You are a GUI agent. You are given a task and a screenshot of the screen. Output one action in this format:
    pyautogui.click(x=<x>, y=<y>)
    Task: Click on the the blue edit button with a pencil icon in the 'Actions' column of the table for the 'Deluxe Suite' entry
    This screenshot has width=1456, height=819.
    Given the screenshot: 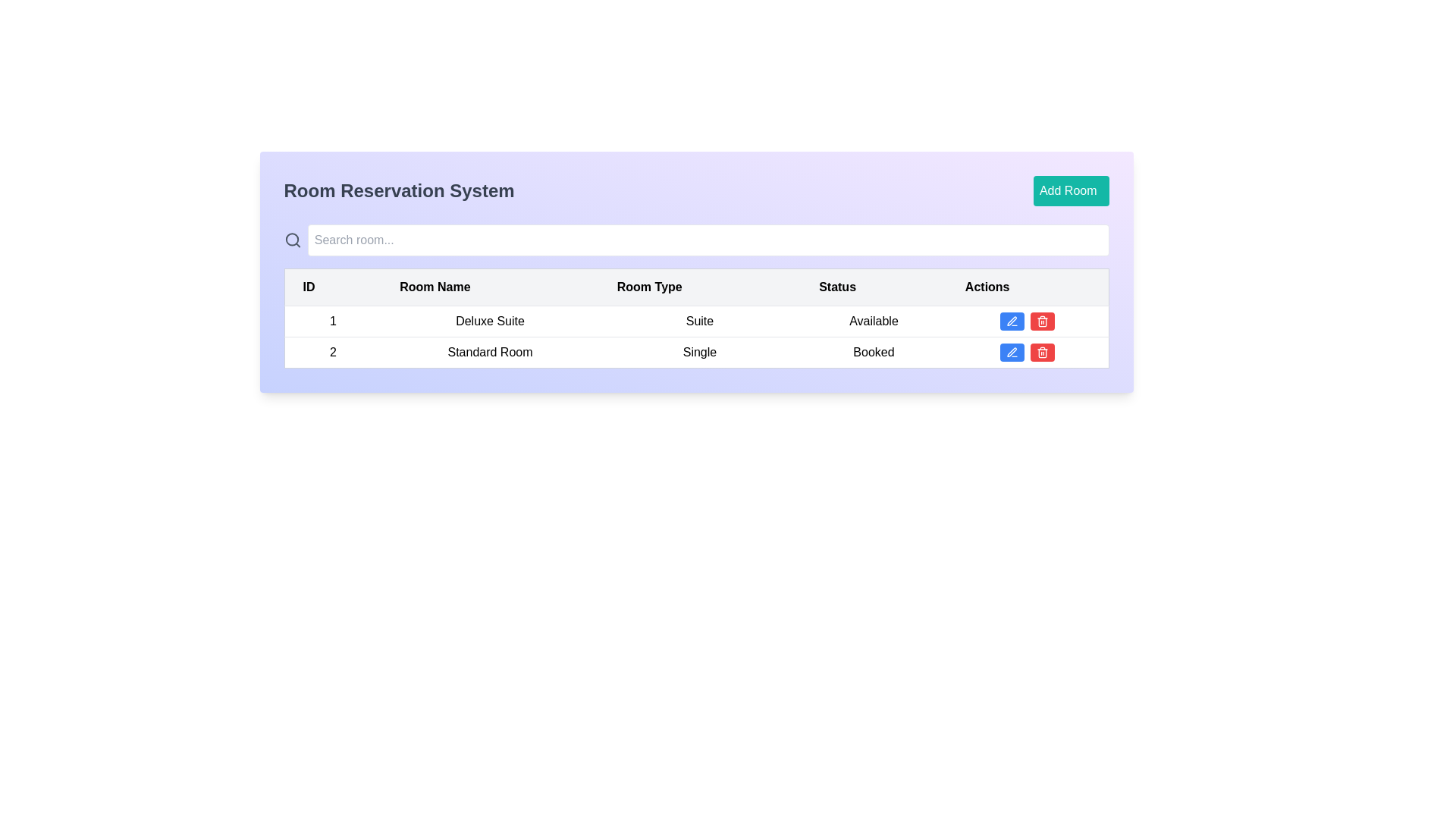 What is the action you would take?
    pyautogui.click(x=1012, y=321)
    